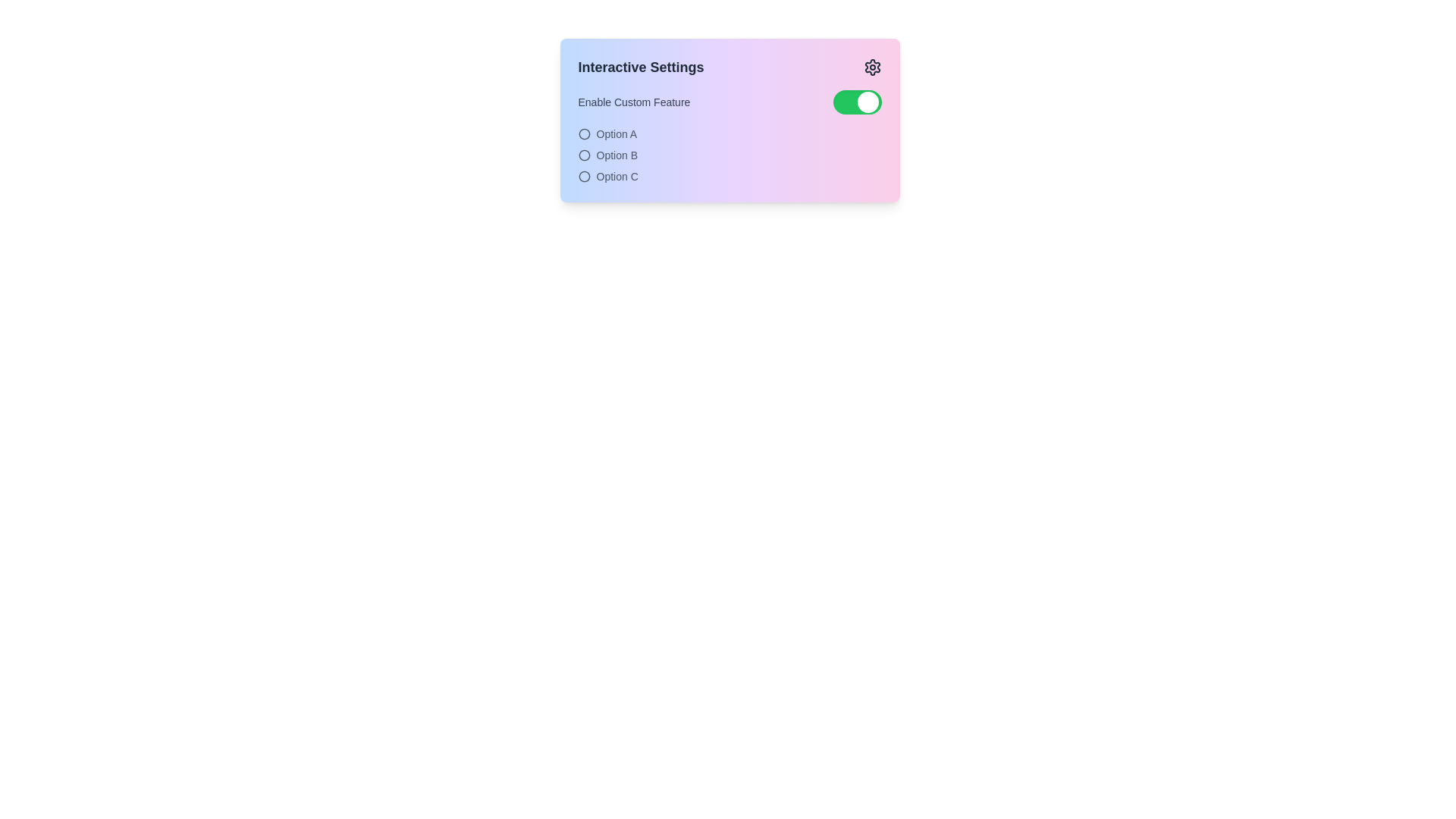 The width and height of the screenshot is (1456, 819). What do you see at coordinates (872, 66) in the screenshot?
I see `the settings icon located in the top-right corner of the settings card, which provides access to additional preferences or configurations` at bounding box center [872, 66].